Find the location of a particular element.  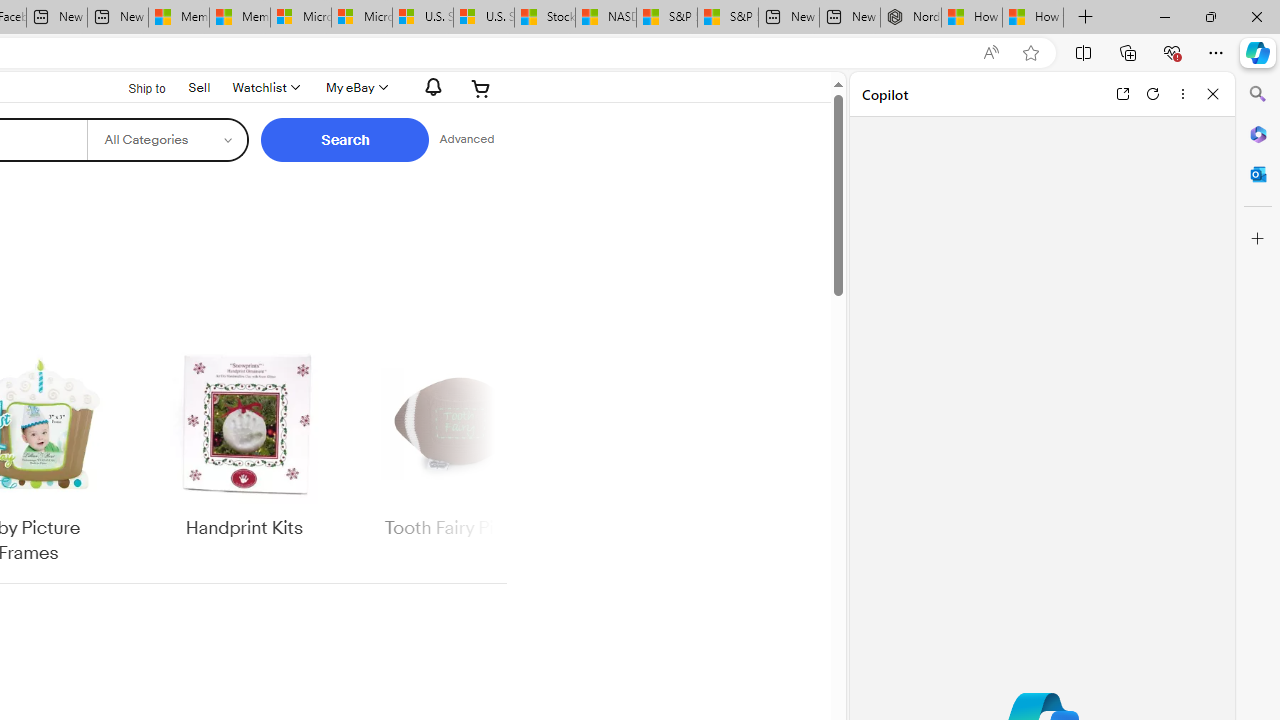

'How to Use a Monitor With Your Closed Laptop' is located at coordinates (1033, 17).